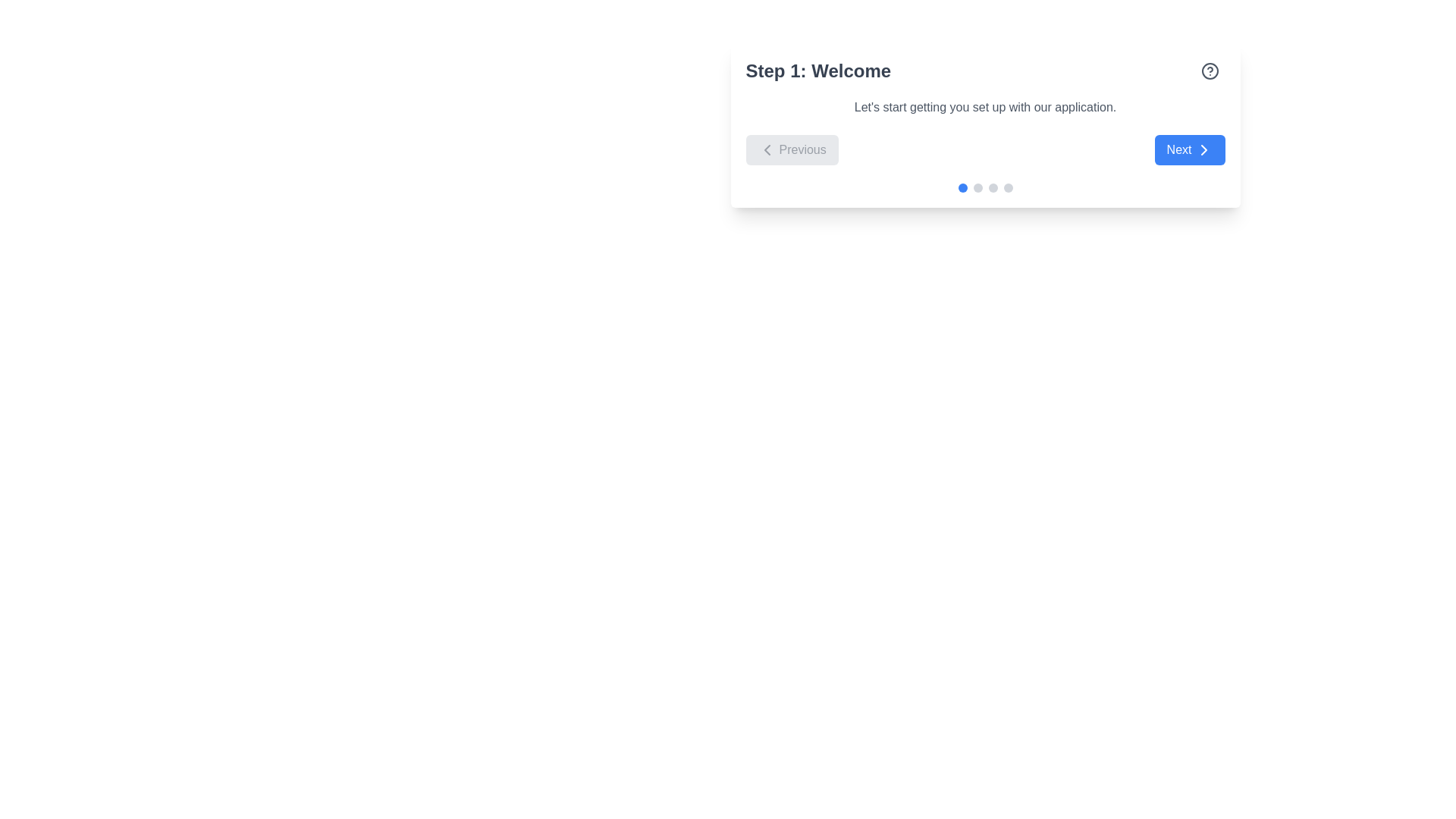  Describe the element at coordinates (1209, 71) in the screenshot. I see `the circular help icon, which is outlined with a gray stroke, located adjacent to the text 'Step 1: Welcome'` at that location.